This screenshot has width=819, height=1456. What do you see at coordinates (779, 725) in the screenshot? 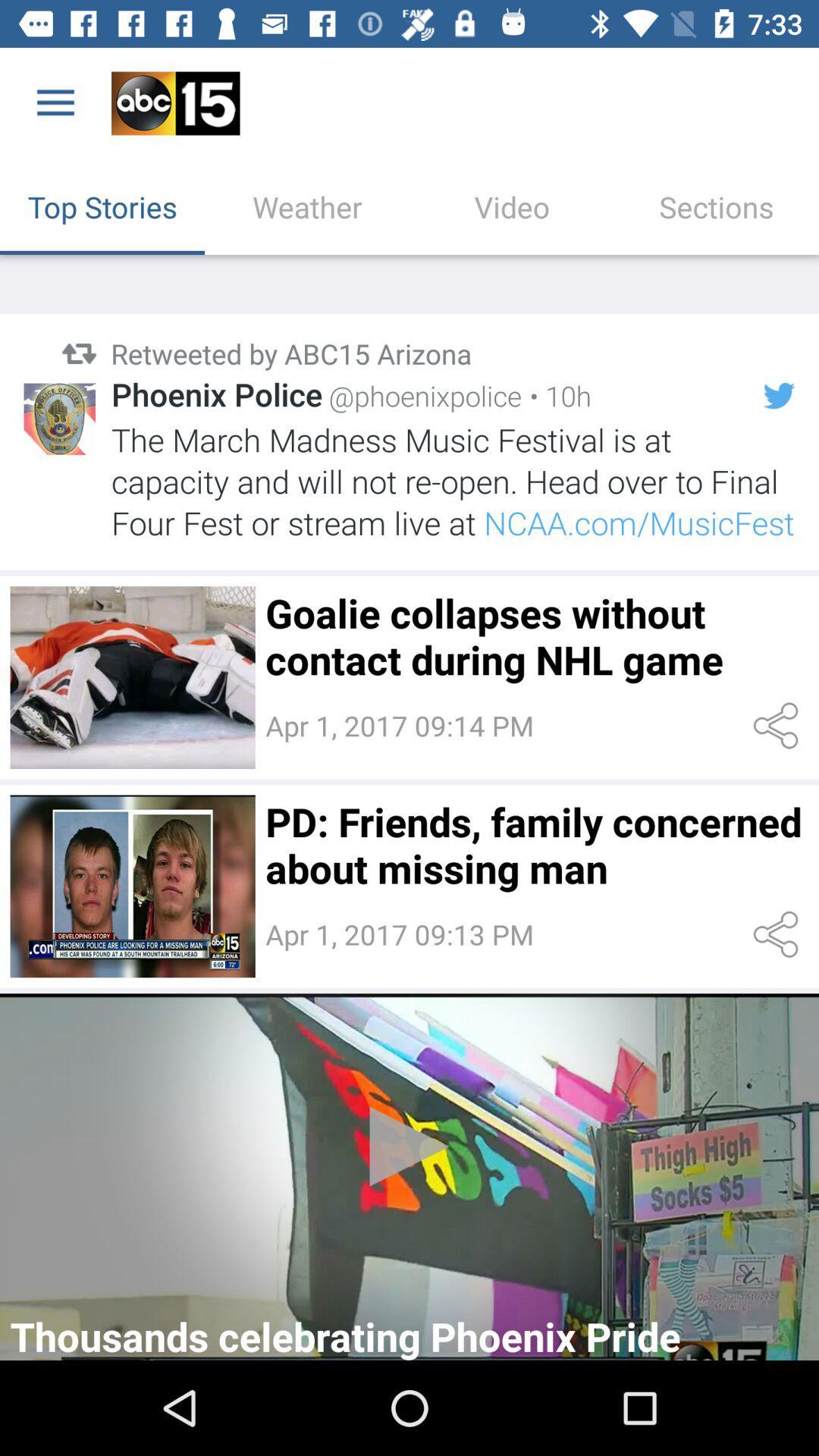
I see `share the article` at bounding box center [779, 725].